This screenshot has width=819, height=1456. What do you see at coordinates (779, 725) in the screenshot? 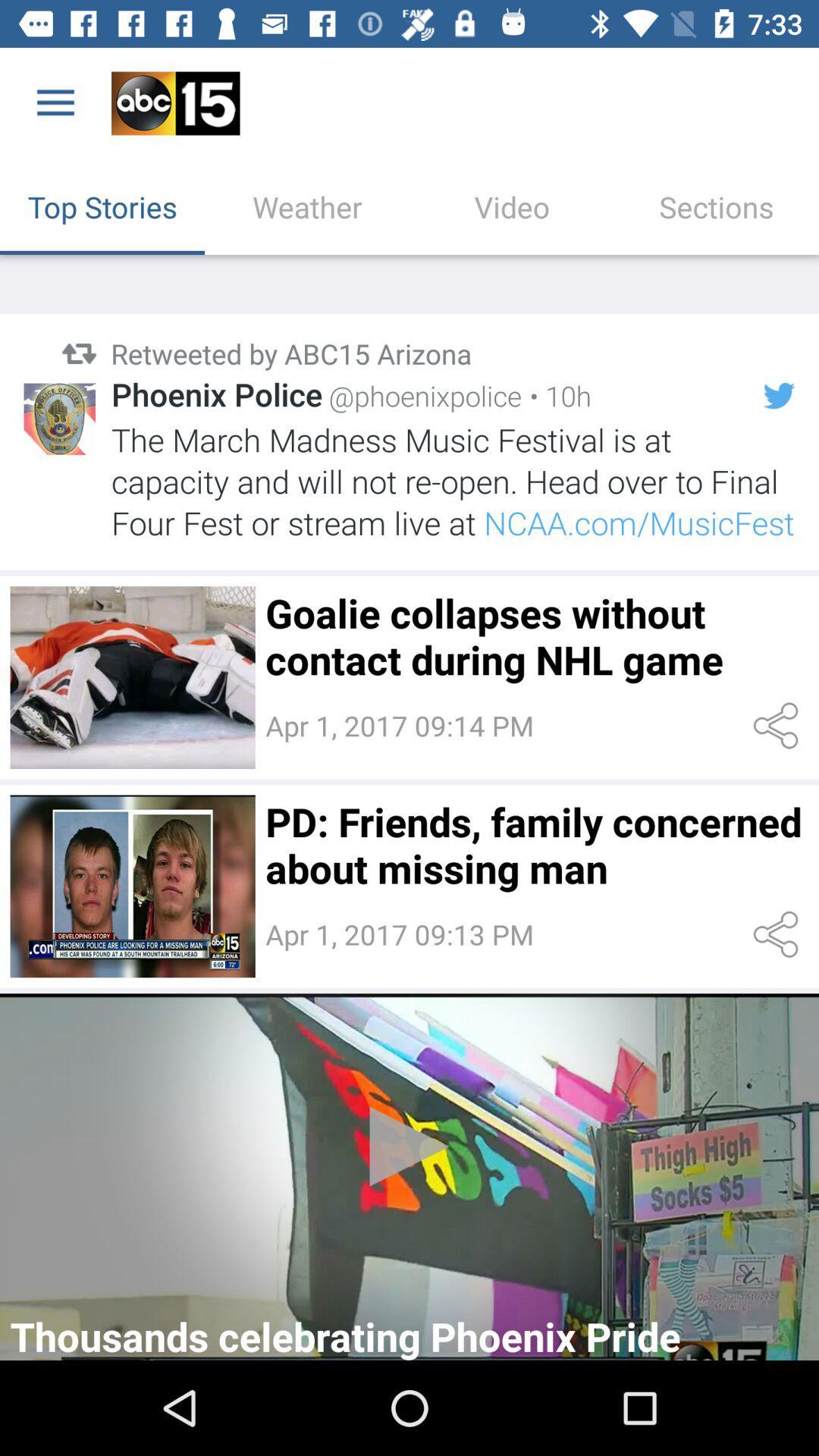
I see `share the article` at bounding box center [779, 725].